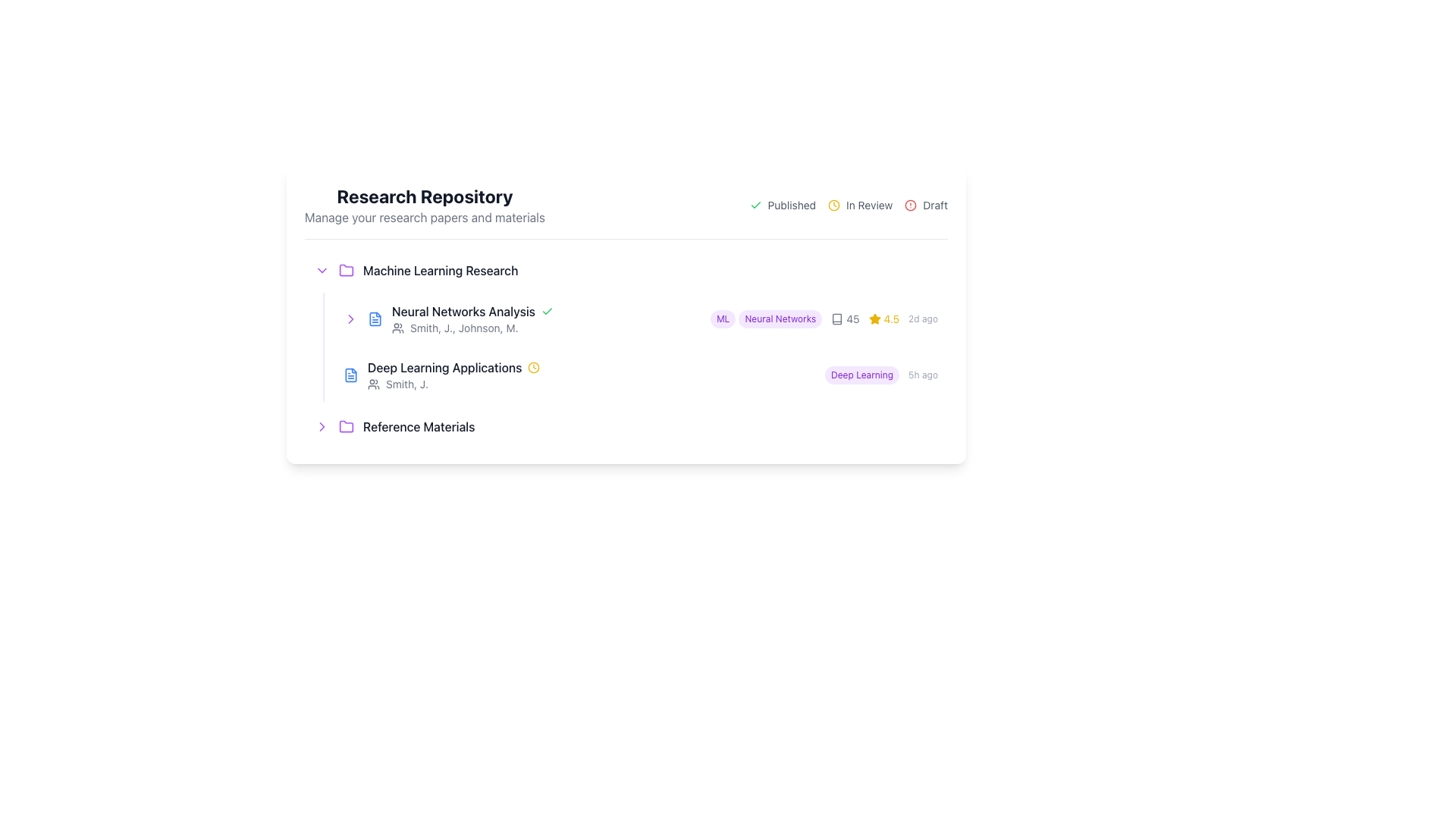  Describe the element at coordinates (322, 427) in the screenshot. I see `the visual indicator located to the left of the 'Reference Materials' item in the 'Research Repository' section` at that location.